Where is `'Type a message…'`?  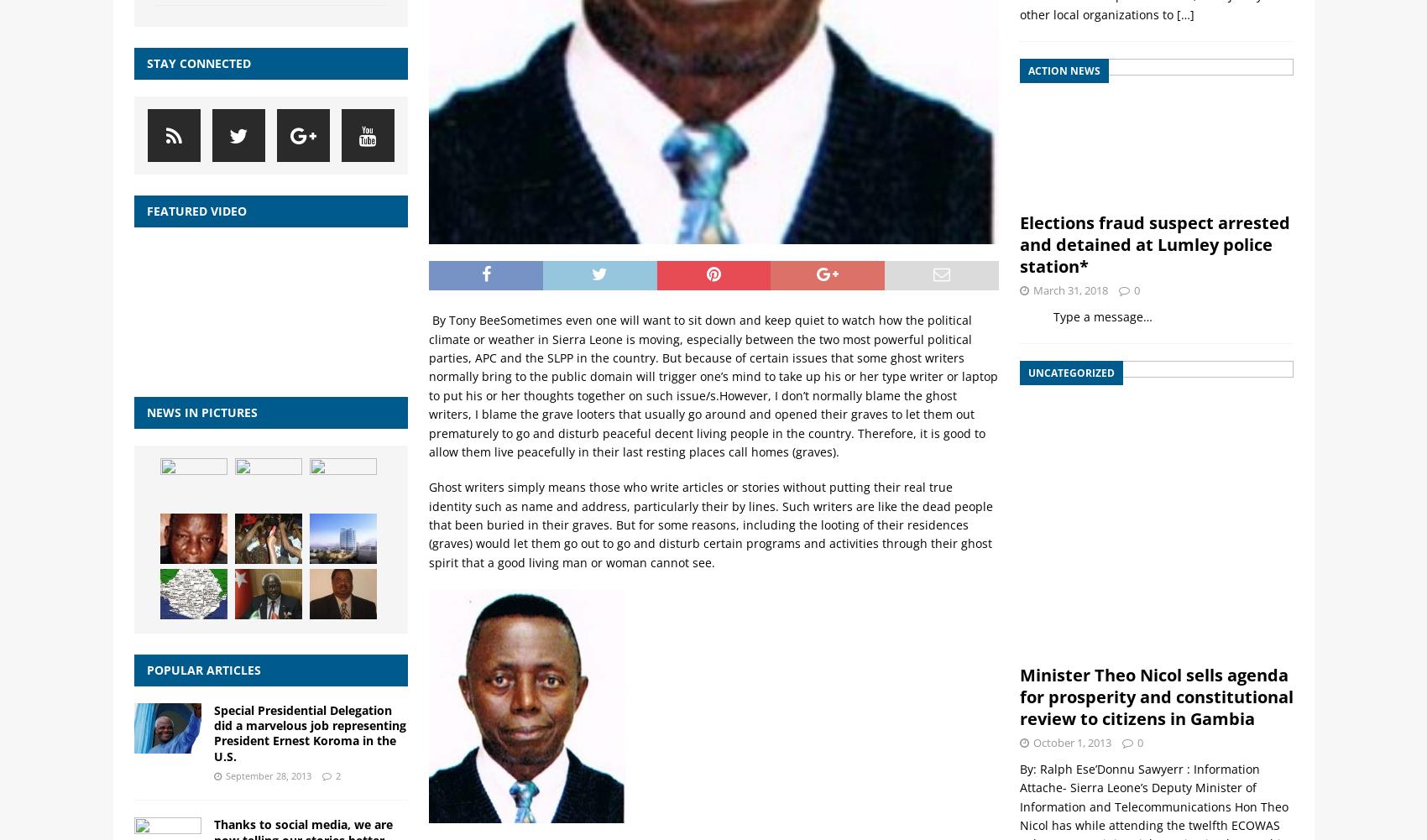 'Type a message…' is located at coordinates (1088, 315).